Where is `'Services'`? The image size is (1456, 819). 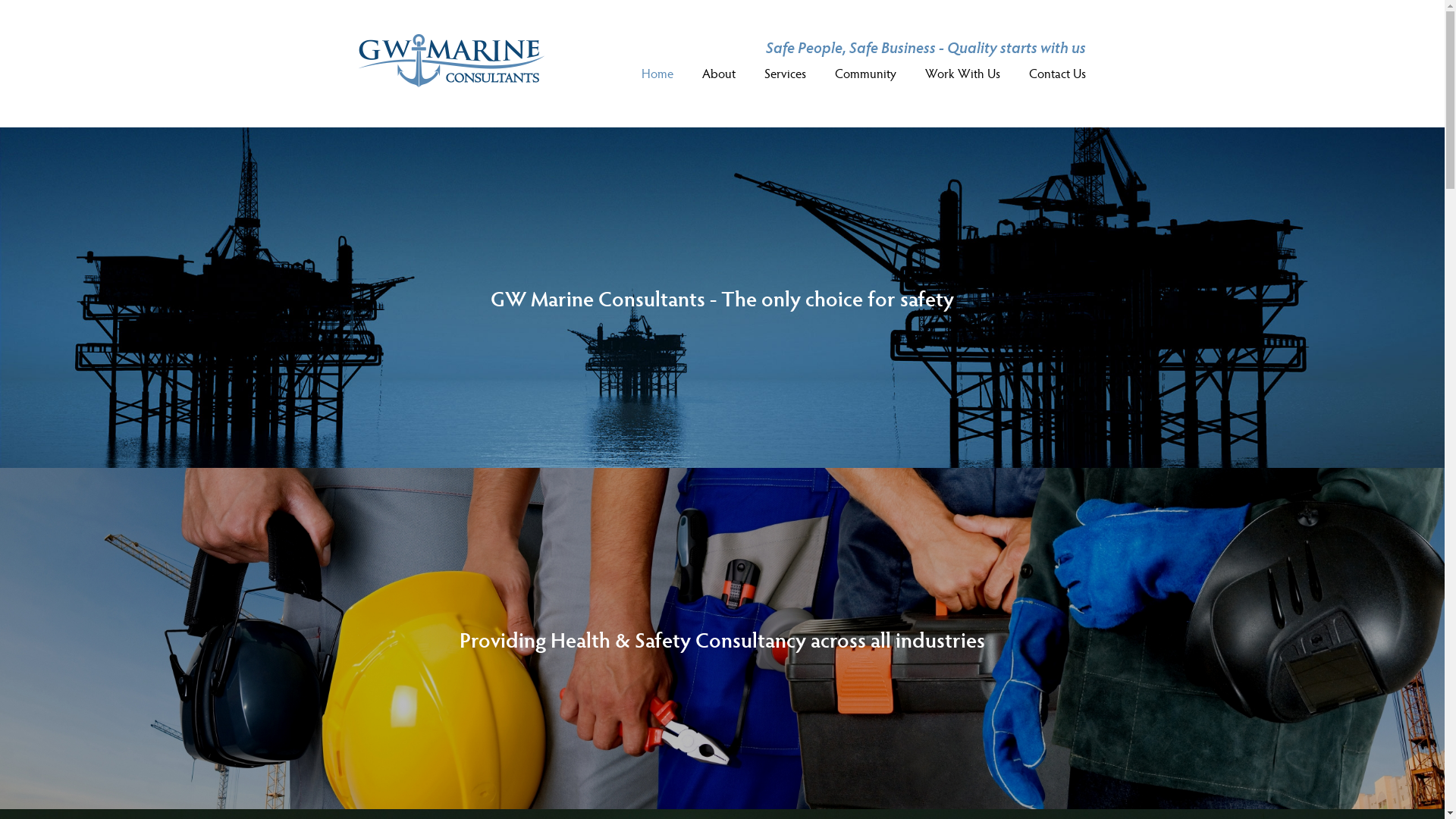 'Services' is located at coordinates (758, 73).